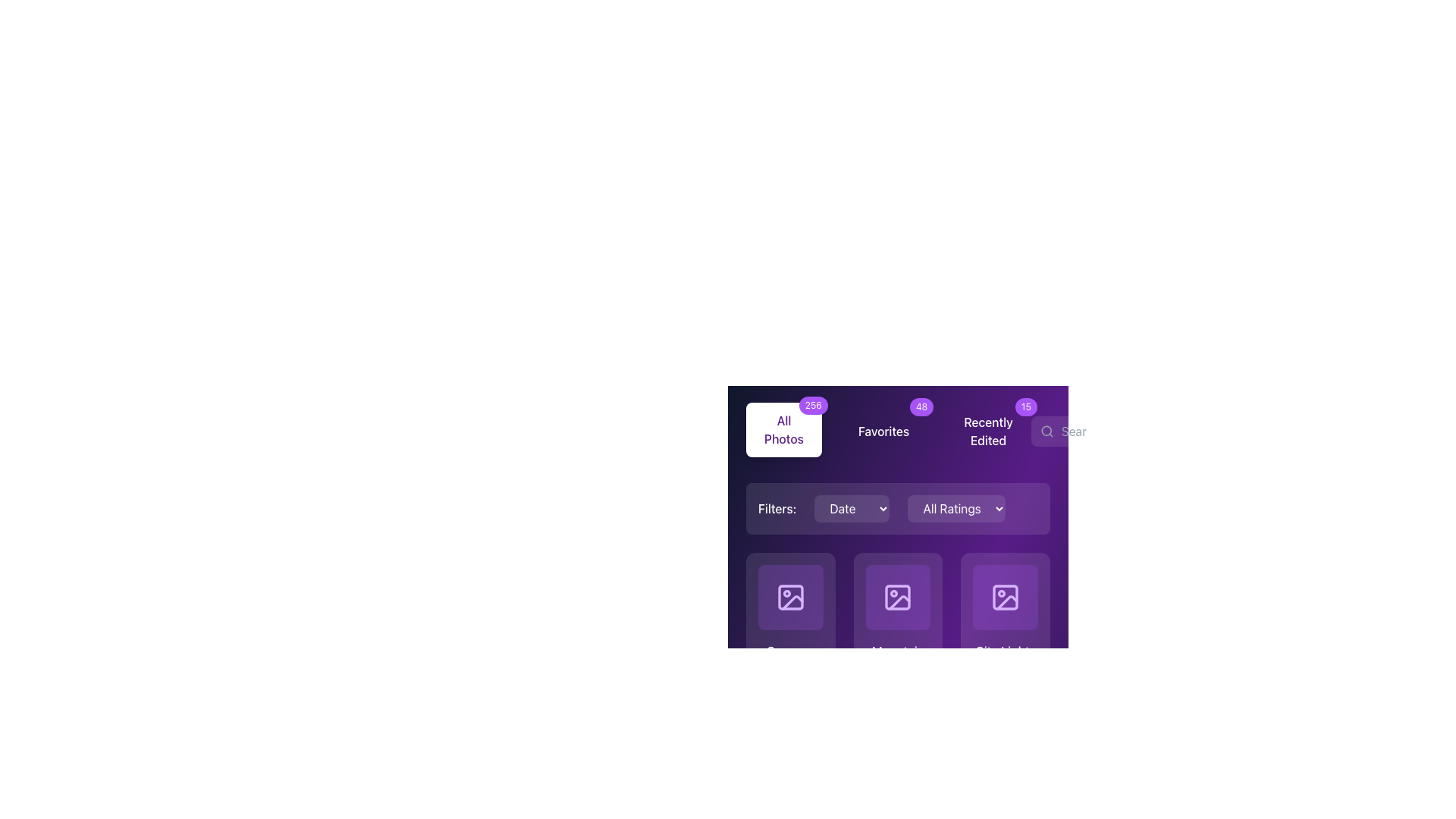 This screenshot has width=1456, height=819. What do you see at coordinates (883, 431) in the screenshot?
I see `the badge on the Favorites button in the horizontal navigation menu` at bounding box center [883, 431].